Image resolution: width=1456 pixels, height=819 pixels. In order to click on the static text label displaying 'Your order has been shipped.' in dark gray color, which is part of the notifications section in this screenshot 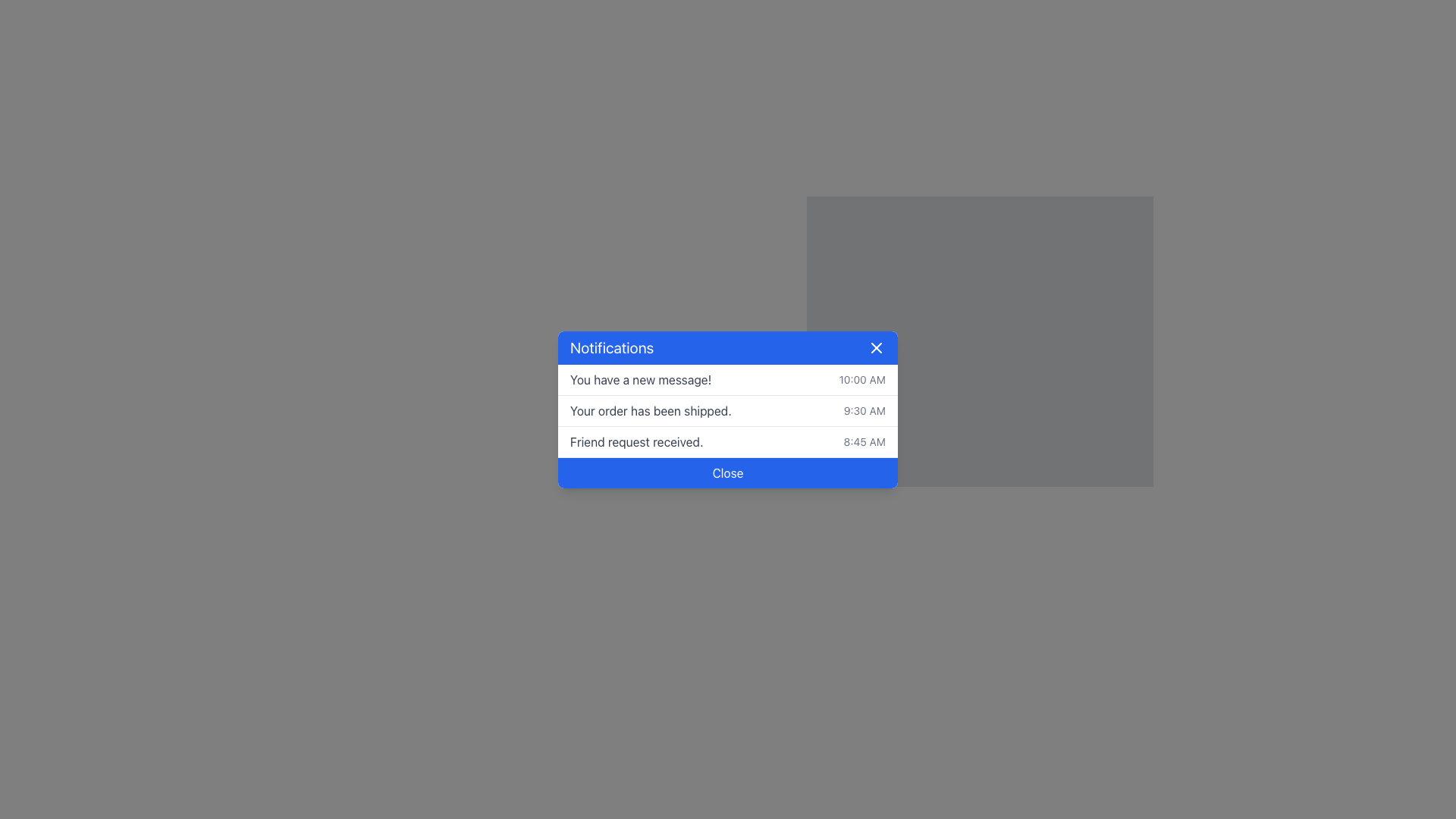, I will do `click(651, 410)`.